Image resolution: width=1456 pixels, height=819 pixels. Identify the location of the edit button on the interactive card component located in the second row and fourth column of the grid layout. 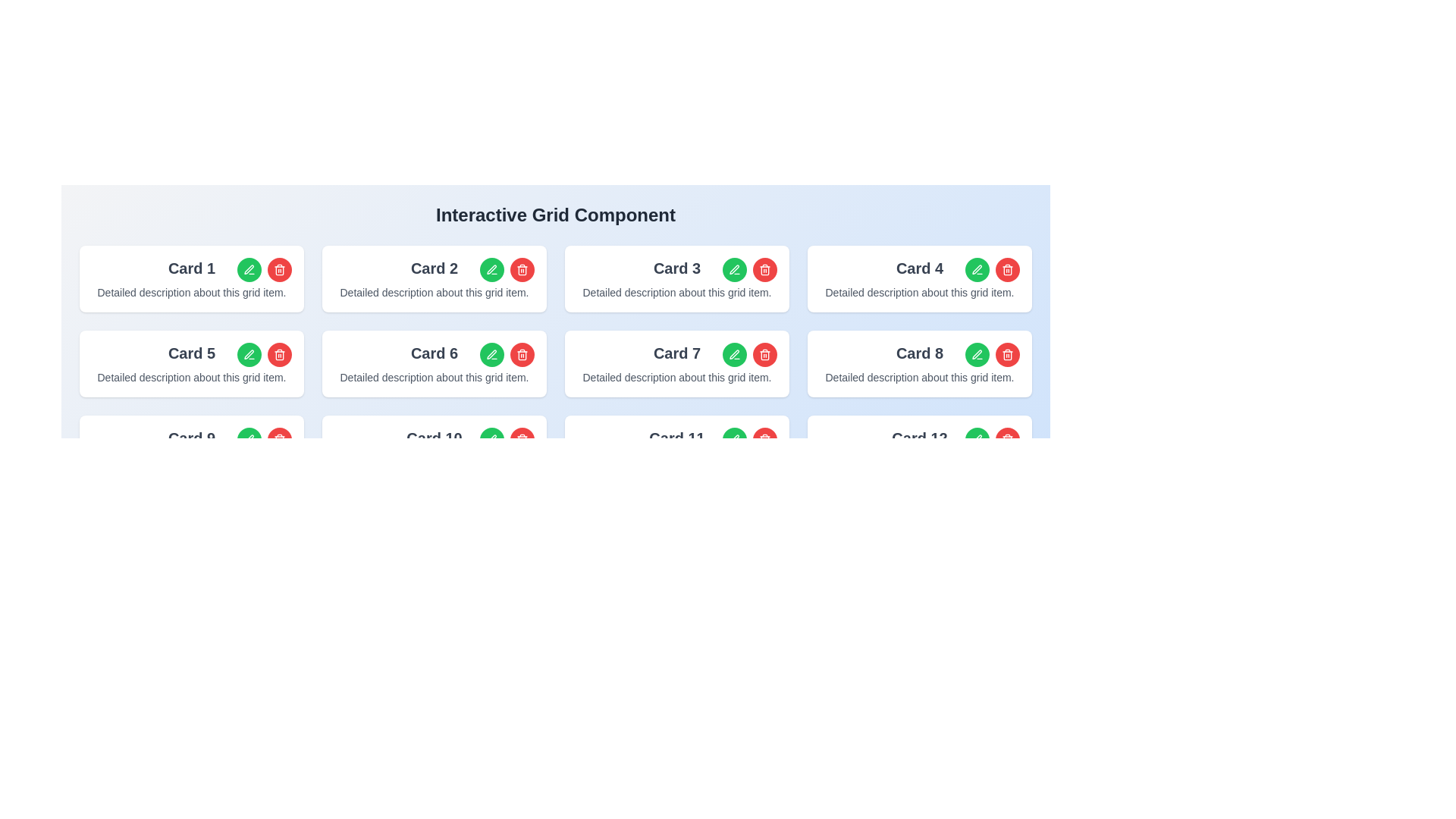
(919, 363).